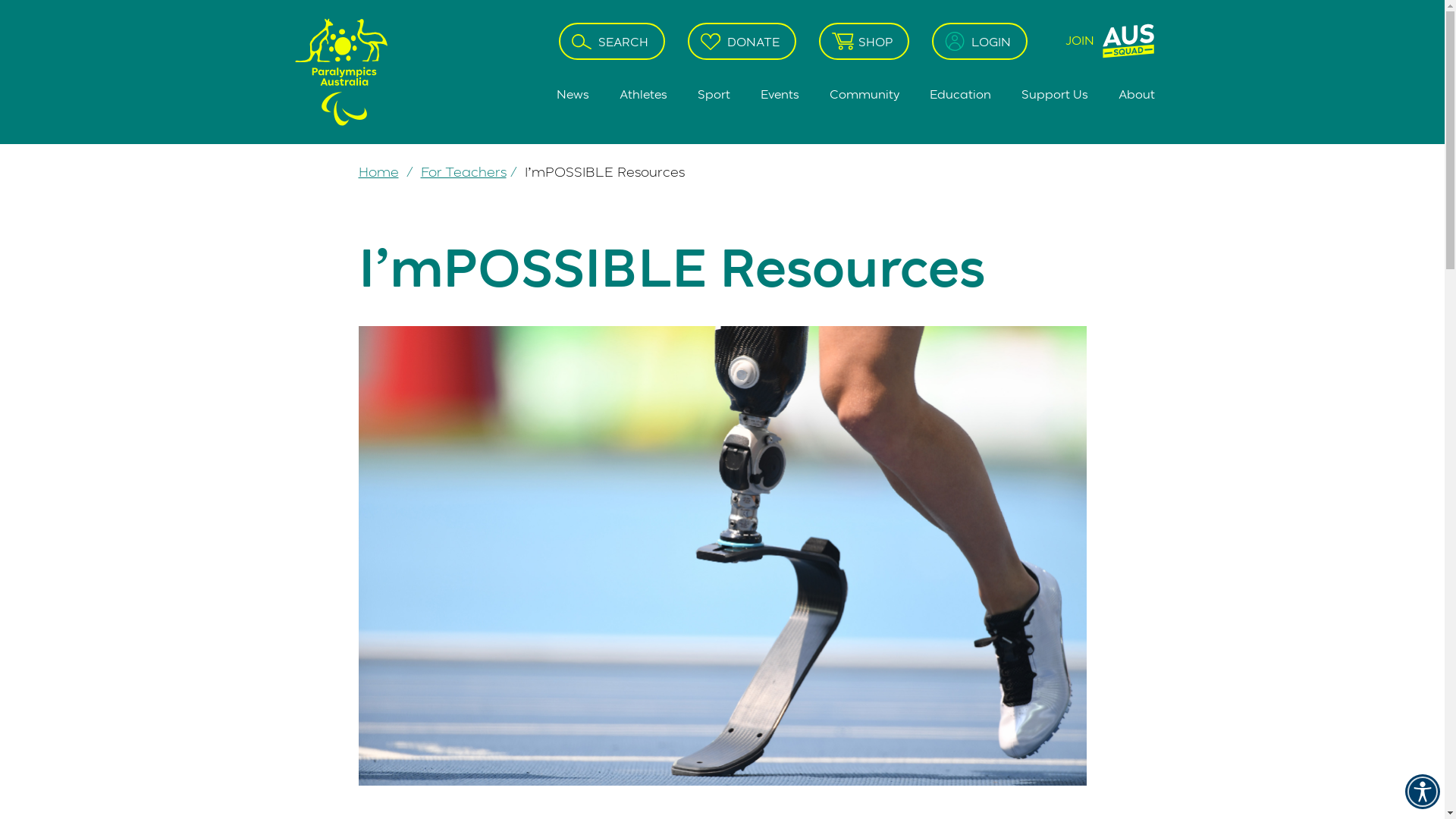 The width and height of the screenshot is (1456, 819). Describe the element at coordinates (779, 93) in the screenshot. I see `'Events'` at that location.